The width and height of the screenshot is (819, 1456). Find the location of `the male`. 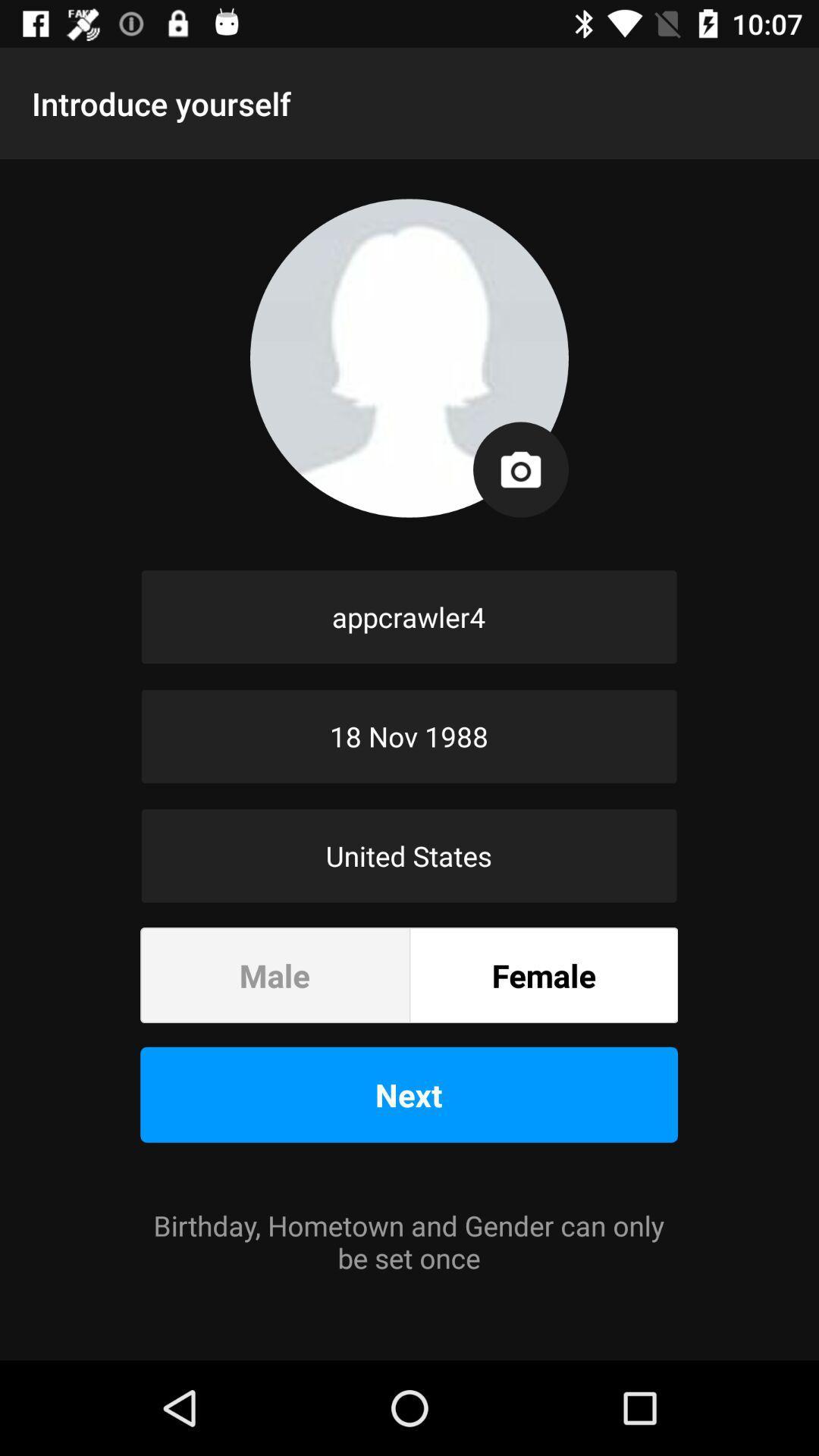

the male is located at coordinates (275, 975).